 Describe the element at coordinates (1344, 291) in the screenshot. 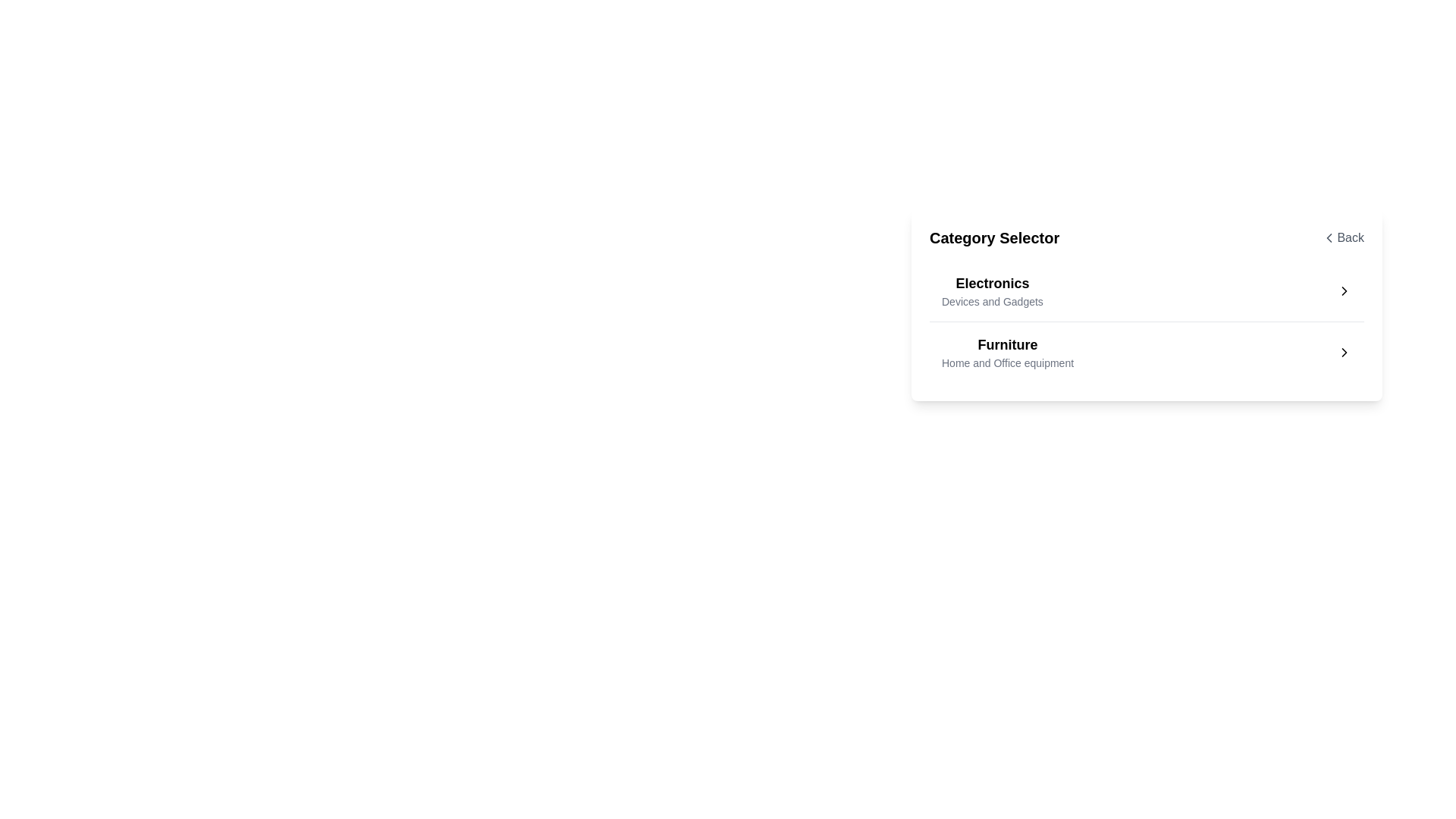

I see `the right-pointing chevron icon associated with the 'Electronics' category` at that location.